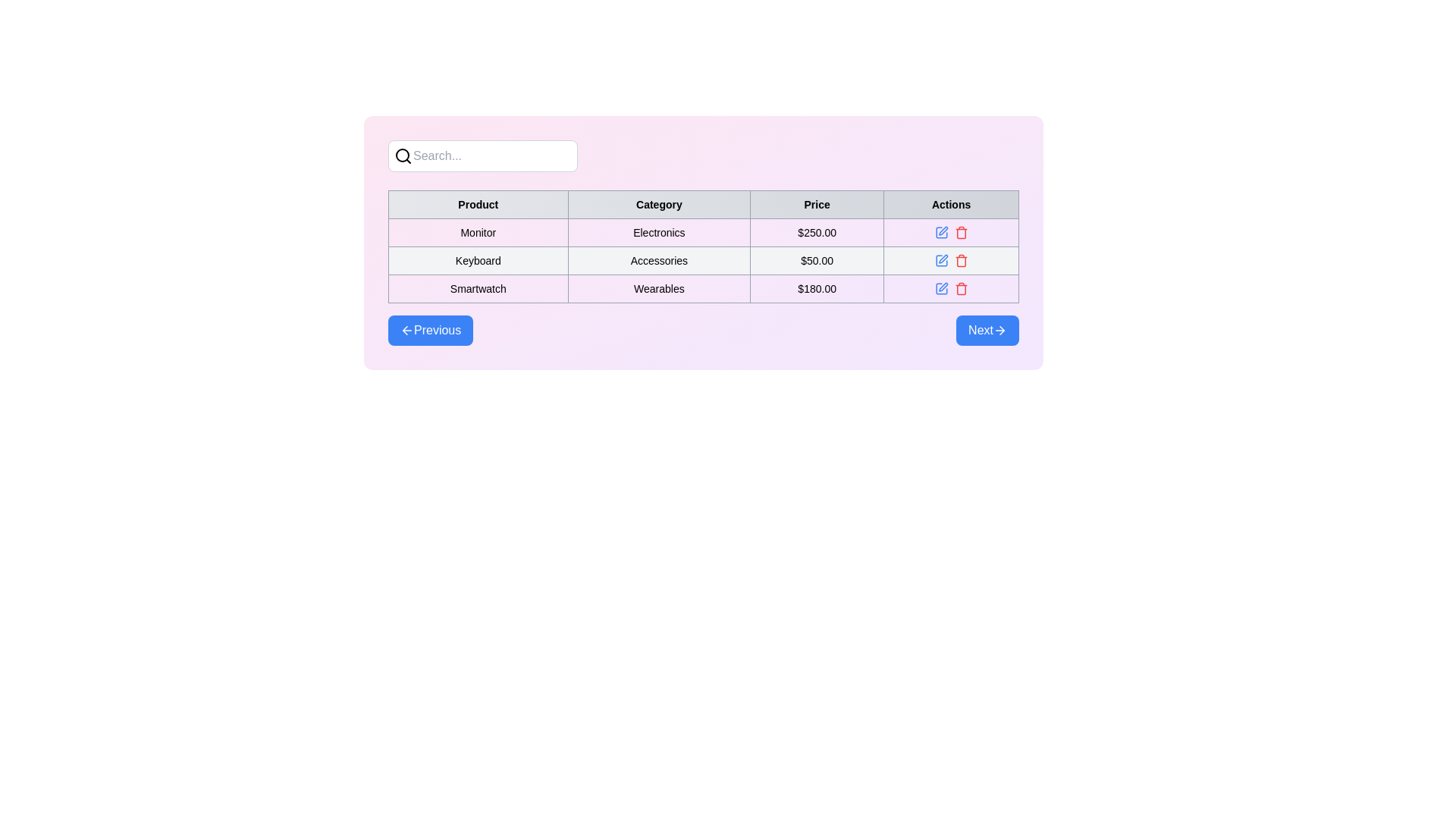 The image size is (1456, 819). What do you see at coordinates (960, 233) in the screenshot?
I see `the red trash bin icon, which is the second icon in the 'Actions' column of the topmost row in the table` at bounding box center [960, 233].